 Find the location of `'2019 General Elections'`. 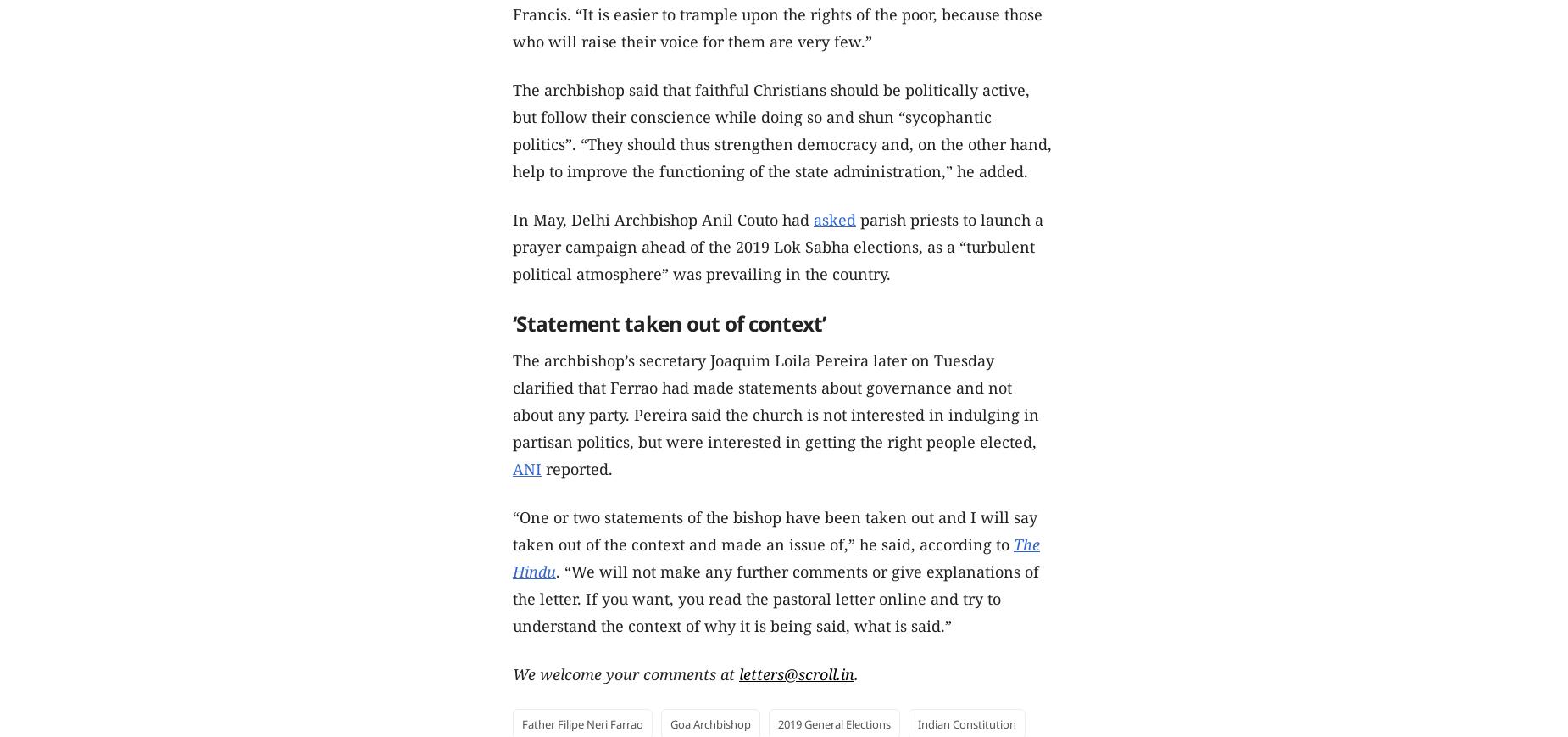

'2019 General Elections' is located at coordinates (833, 723).